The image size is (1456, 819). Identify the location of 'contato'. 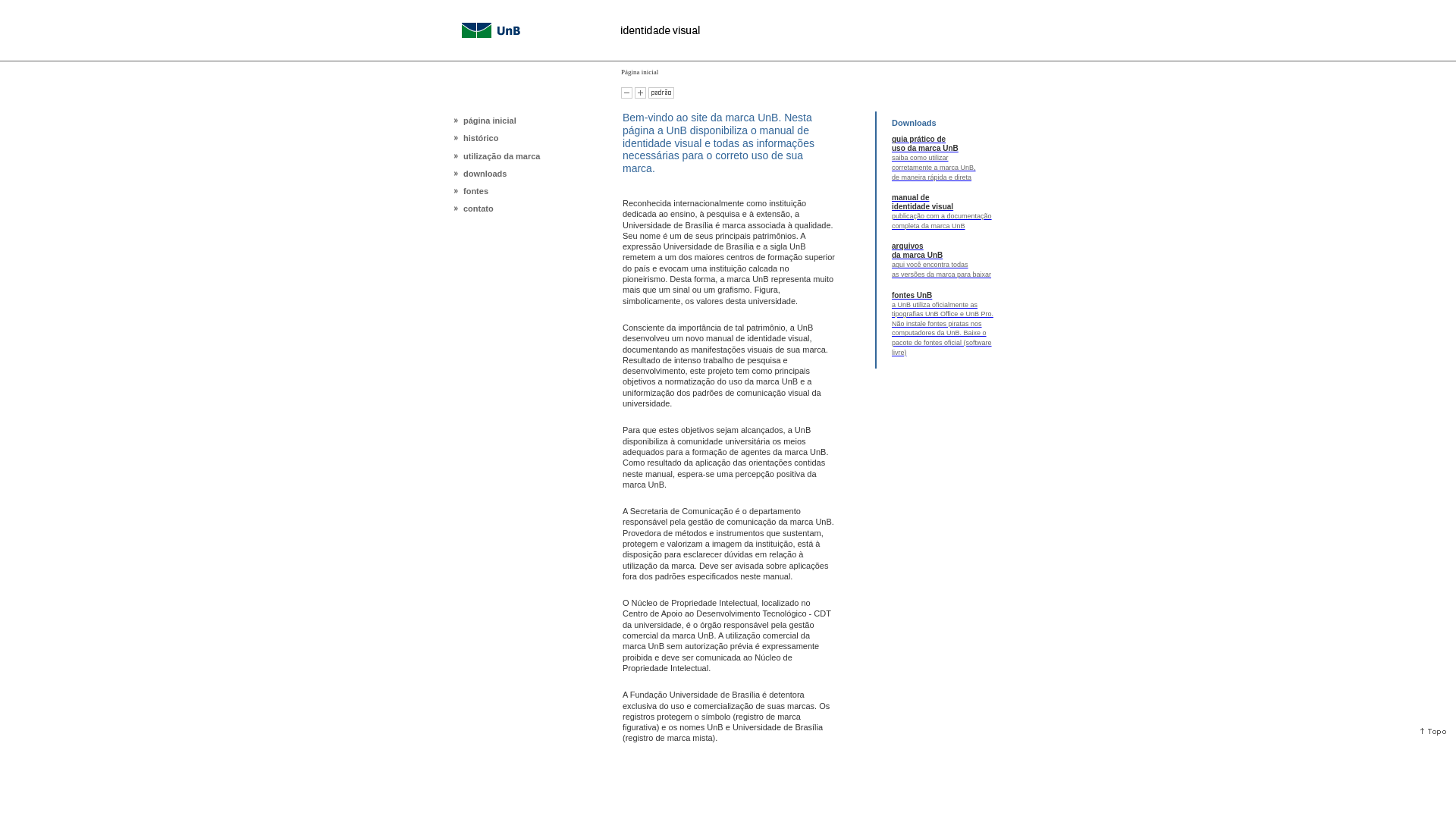
(450, 207).